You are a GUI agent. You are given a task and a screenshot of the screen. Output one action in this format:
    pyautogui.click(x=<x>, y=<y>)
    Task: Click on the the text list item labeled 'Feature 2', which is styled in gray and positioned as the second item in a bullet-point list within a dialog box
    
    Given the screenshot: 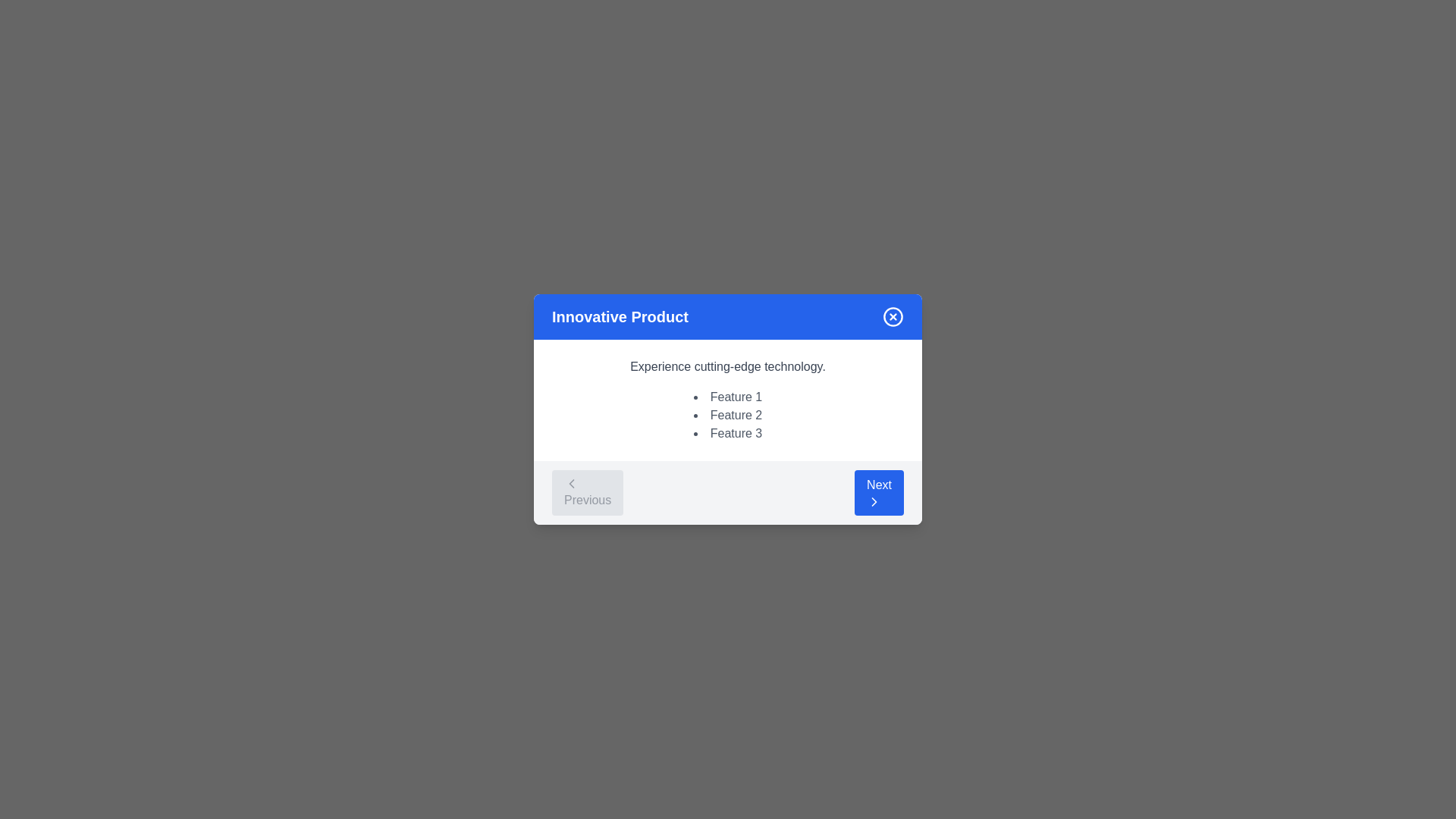 What is the action you would take?
    pyautogui.click(x=728, y=415)
    